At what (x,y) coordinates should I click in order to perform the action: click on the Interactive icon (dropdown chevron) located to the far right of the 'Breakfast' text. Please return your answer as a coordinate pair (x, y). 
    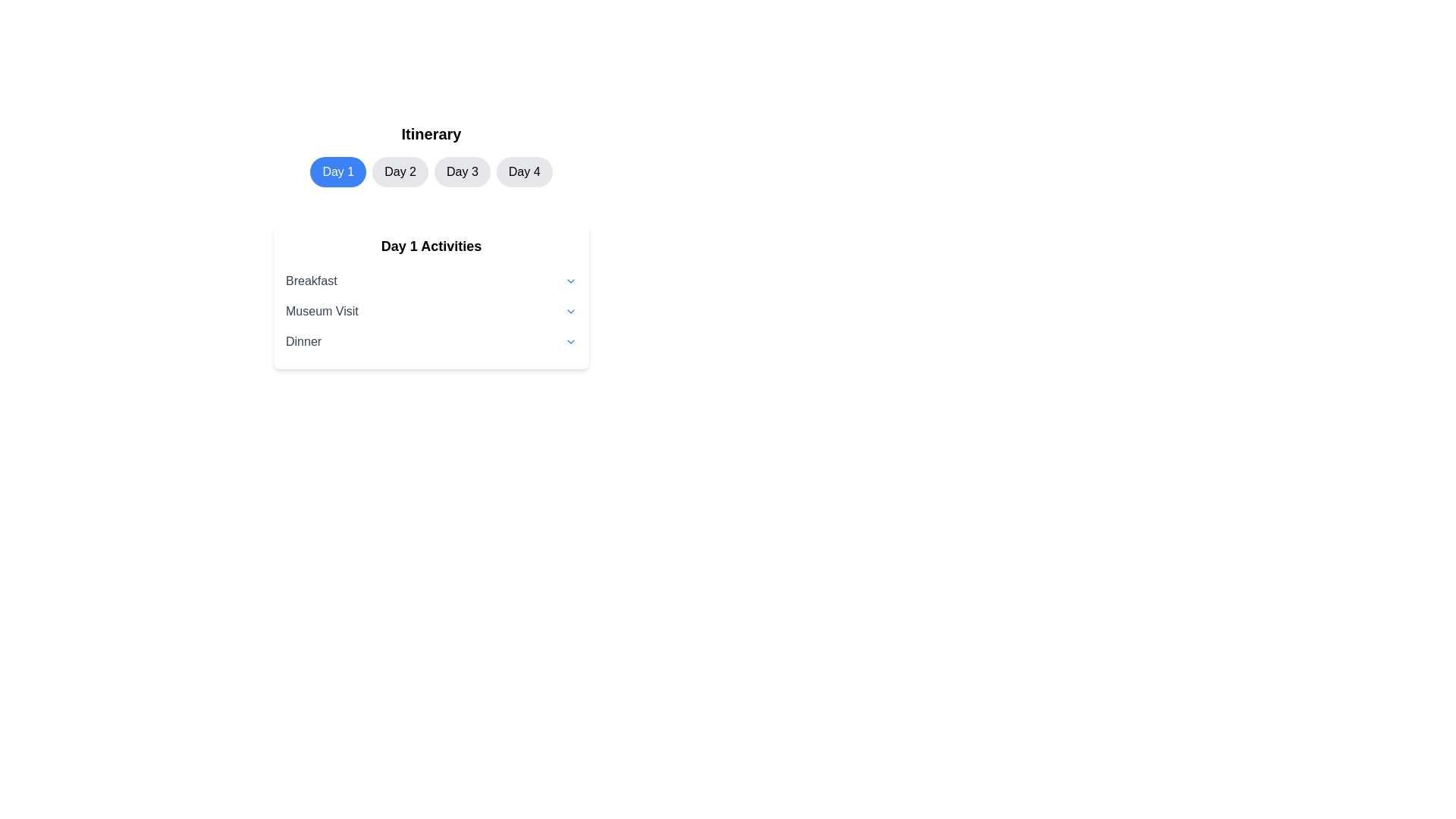
    Looking at the image, I should click on (570, 281).